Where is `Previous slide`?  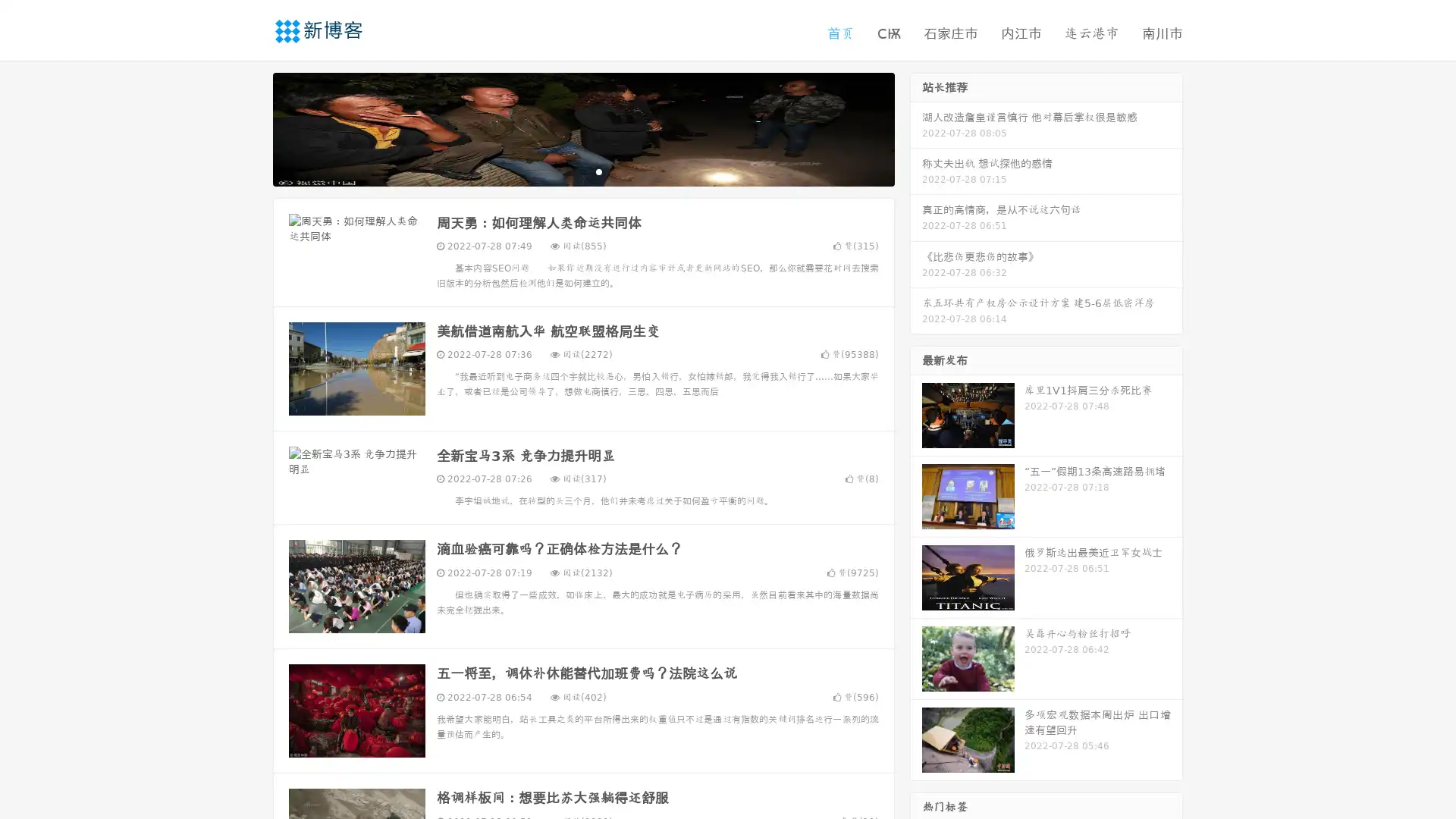 Previous slide is located at coordinates (250, 127).